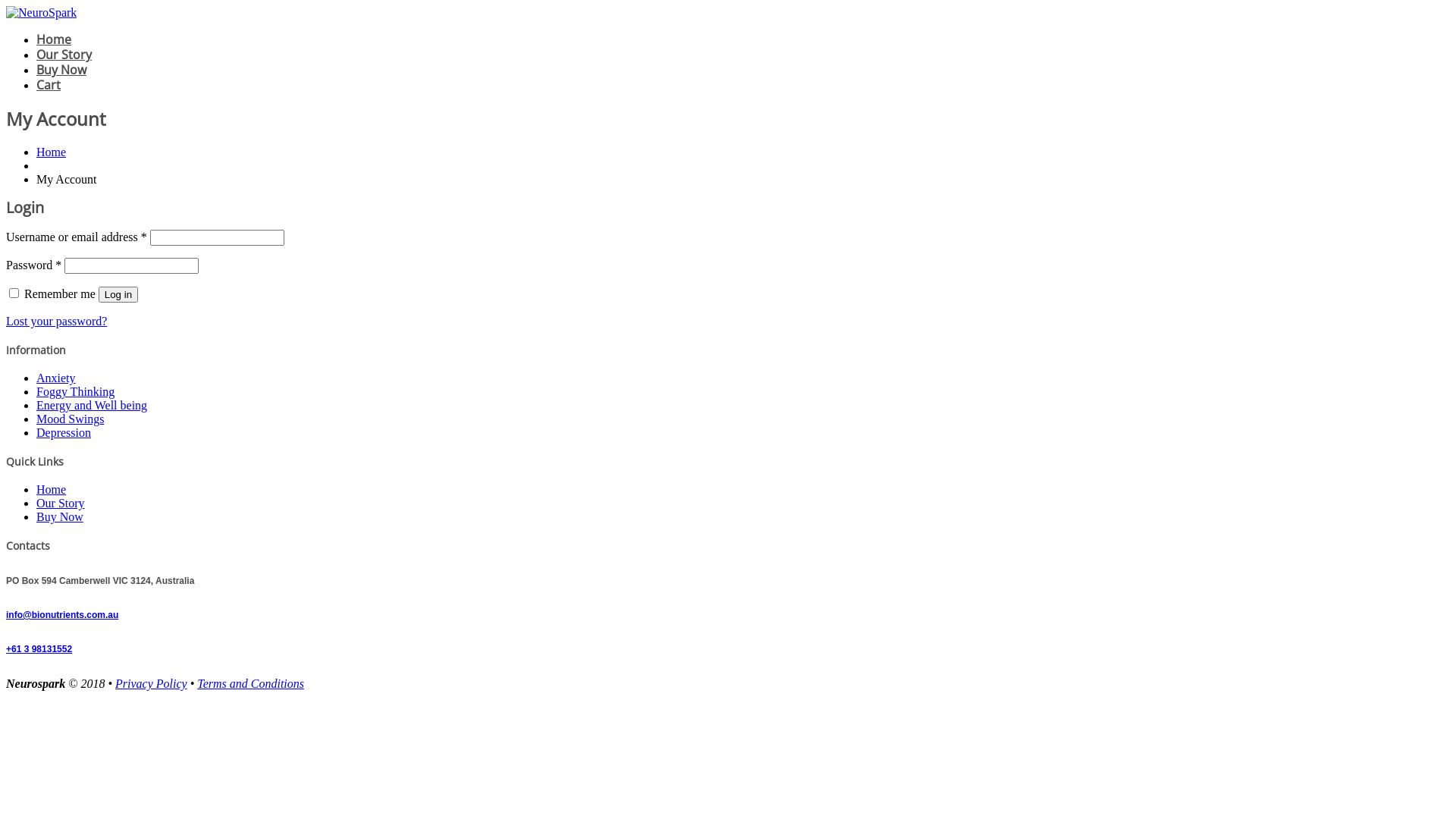 The image size is (1456, 819). I want to click on 'Mood Swings', so click(36, 419).